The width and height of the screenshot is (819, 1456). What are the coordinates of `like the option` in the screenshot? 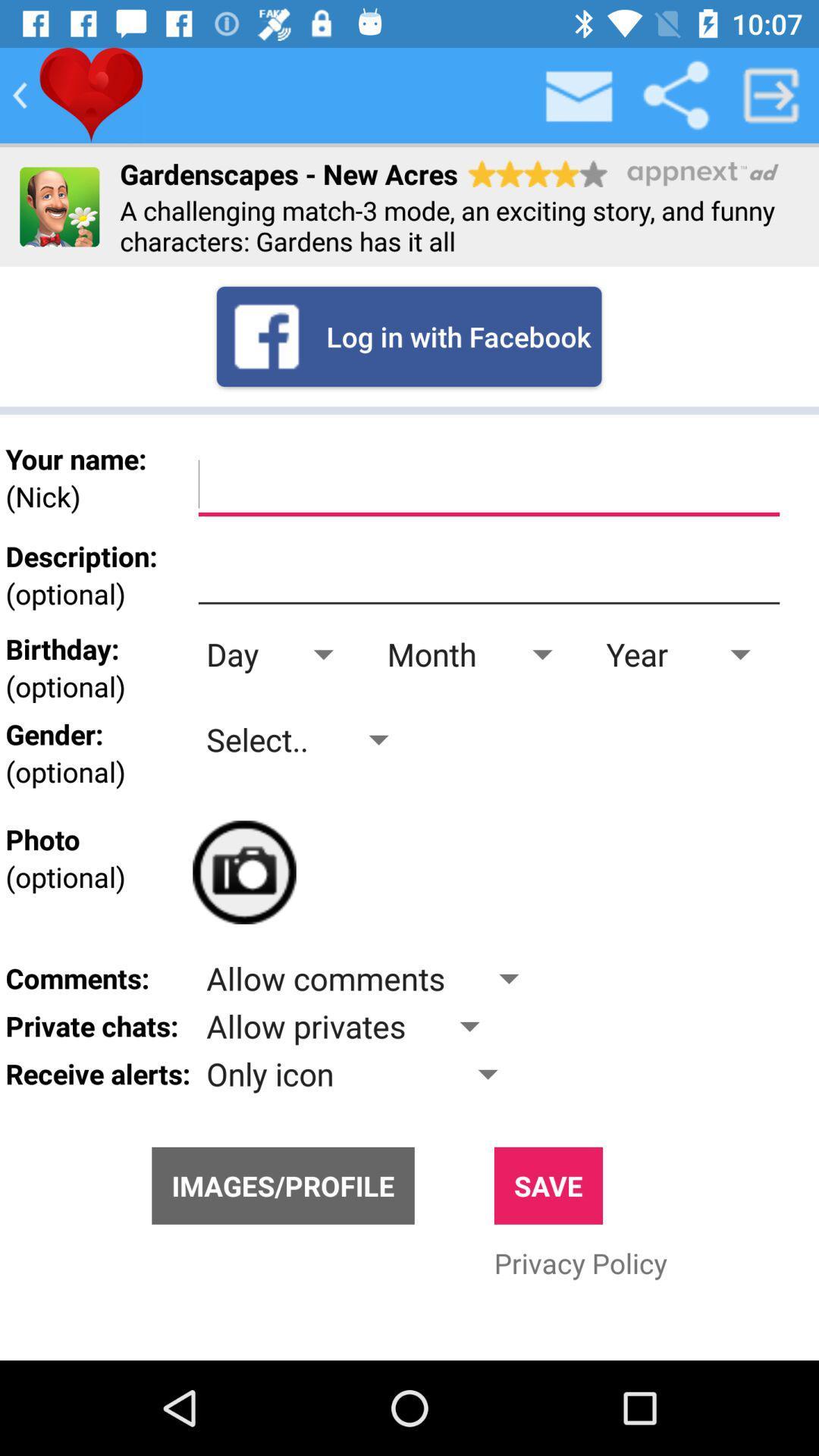 It's located at (91, 94).